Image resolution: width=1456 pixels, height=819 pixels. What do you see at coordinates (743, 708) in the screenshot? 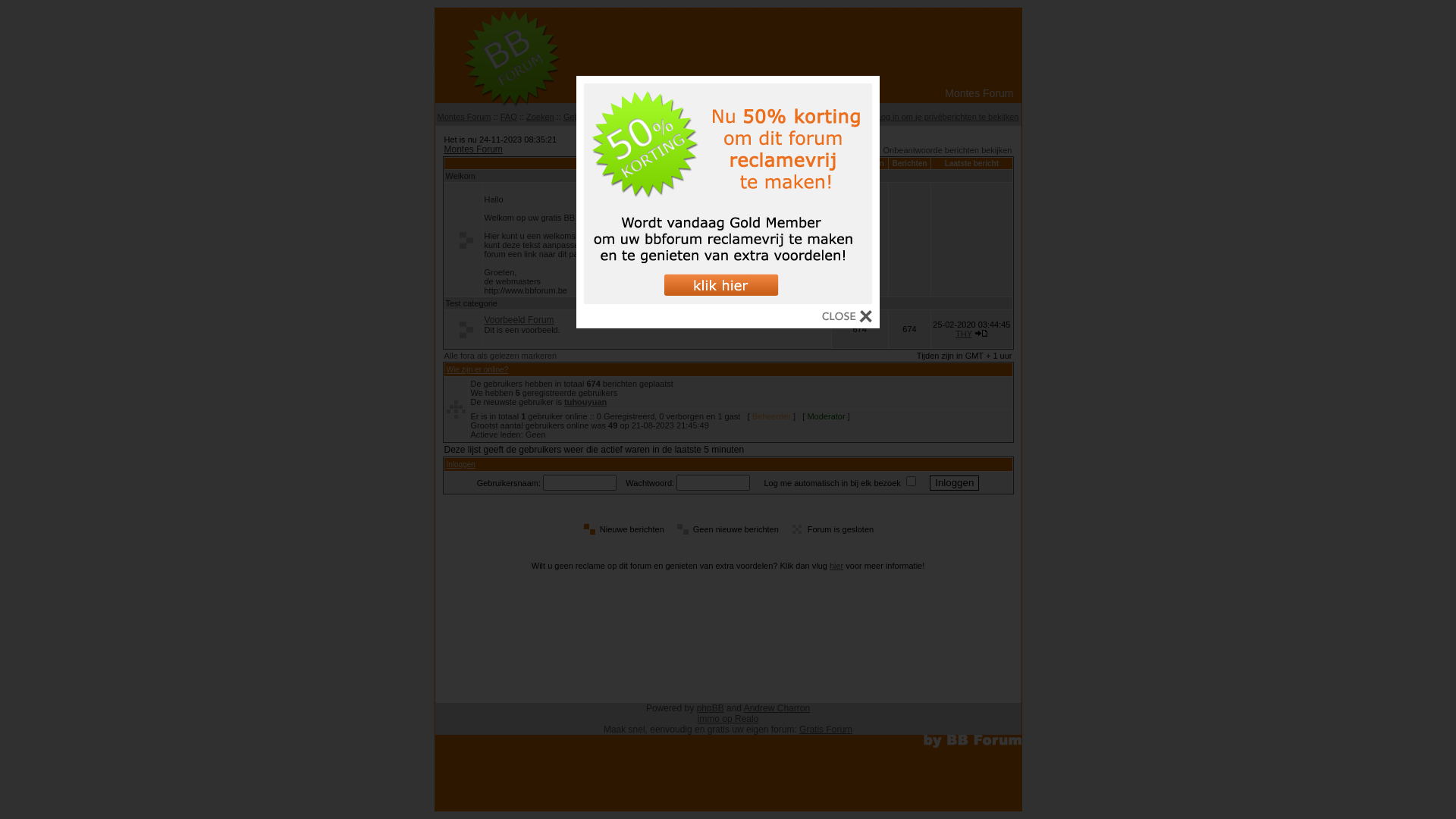
I see `'Andrew Charron'` at bounding box center [743, 708].